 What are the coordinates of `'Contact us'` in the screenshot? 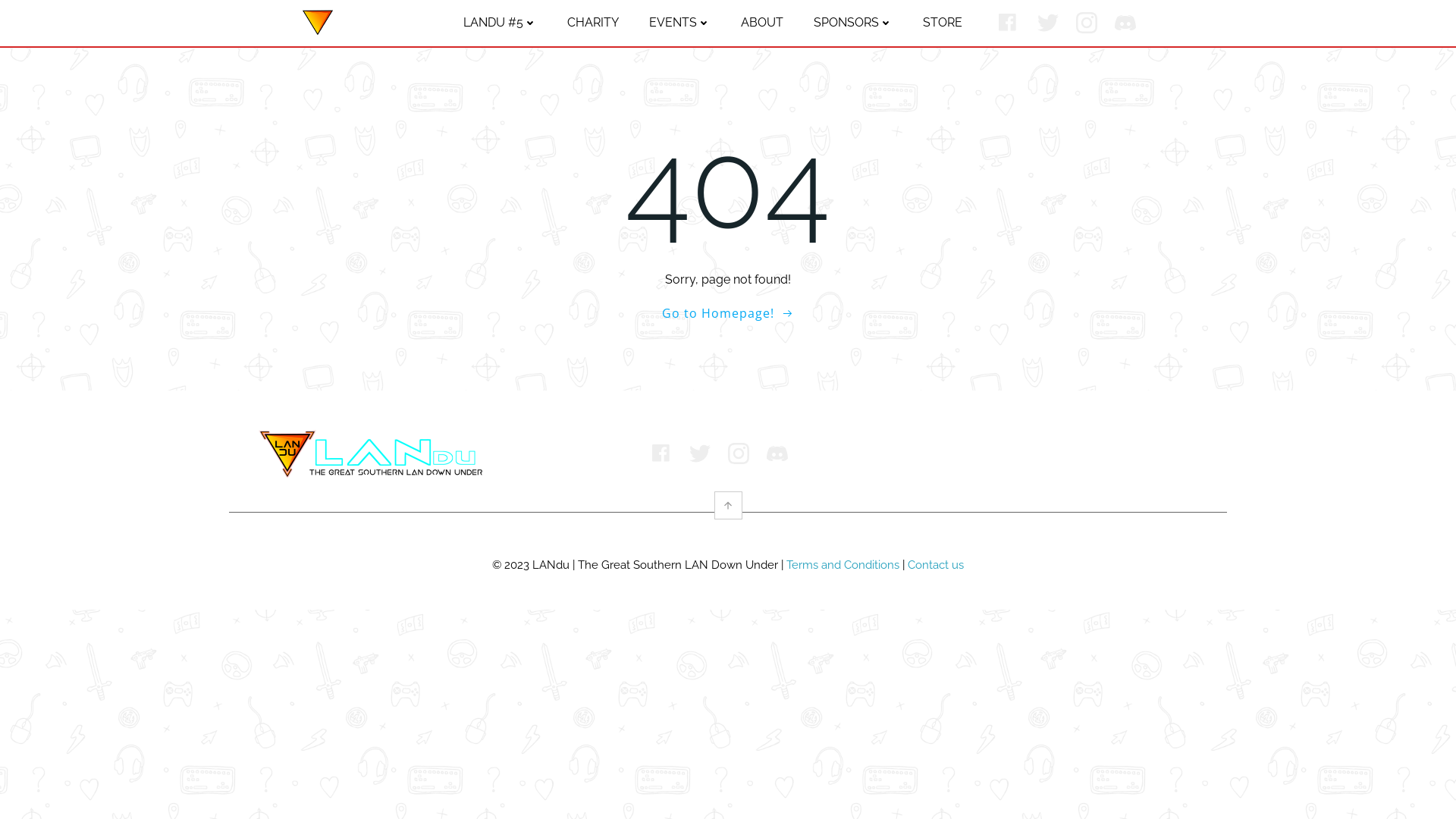 It's located at (934, 564).